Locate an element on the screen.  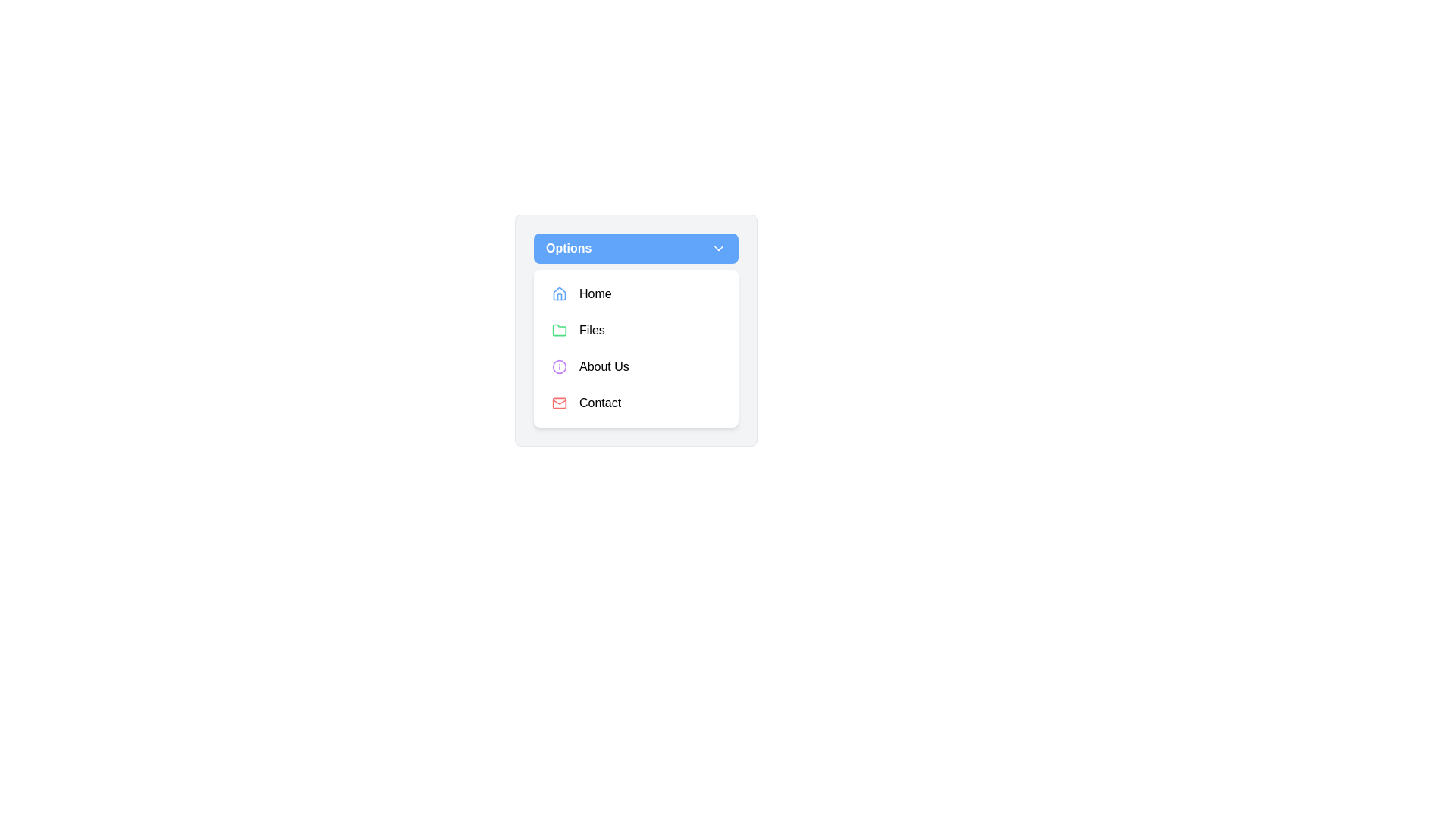
the 'Home' button located directly below the section header 'Options' in the vertical menu list for keyboard navigation is located at coordinates (636, 294).